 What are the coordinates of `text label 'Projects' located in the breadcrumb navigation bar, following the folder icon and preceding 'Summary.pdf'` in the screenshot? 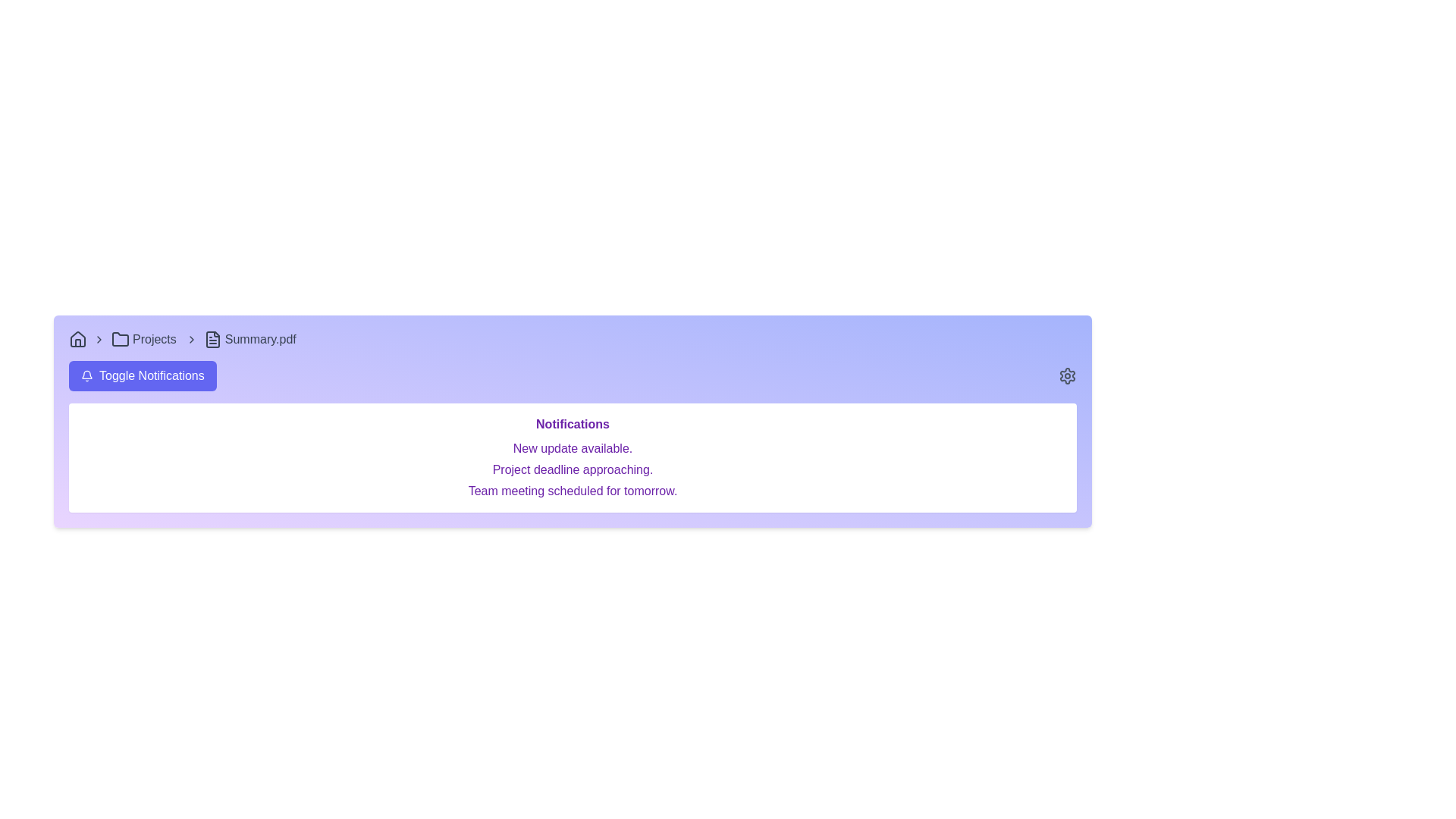 It's located at (154, 338).